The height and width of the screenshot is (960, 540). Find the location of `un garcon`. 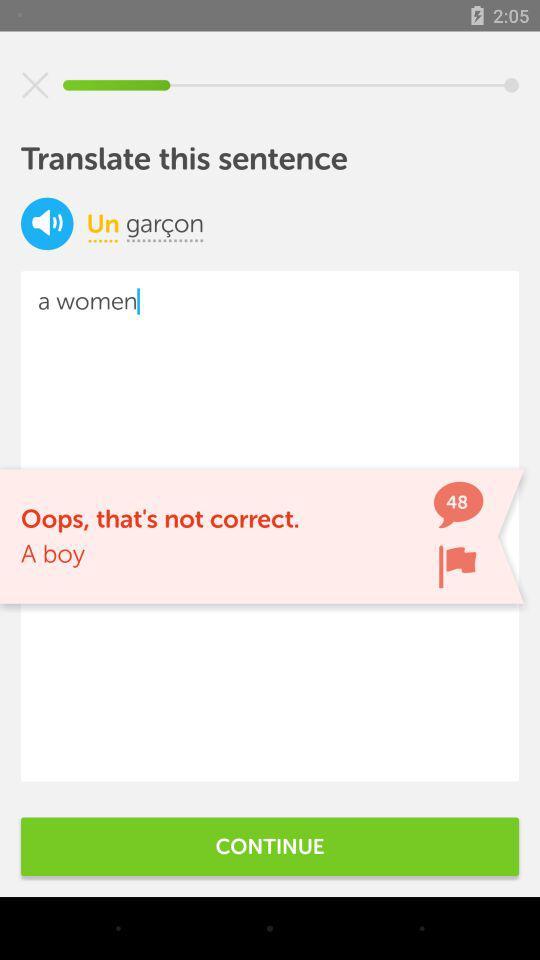

un garcon is located at coordinates (47, 223).